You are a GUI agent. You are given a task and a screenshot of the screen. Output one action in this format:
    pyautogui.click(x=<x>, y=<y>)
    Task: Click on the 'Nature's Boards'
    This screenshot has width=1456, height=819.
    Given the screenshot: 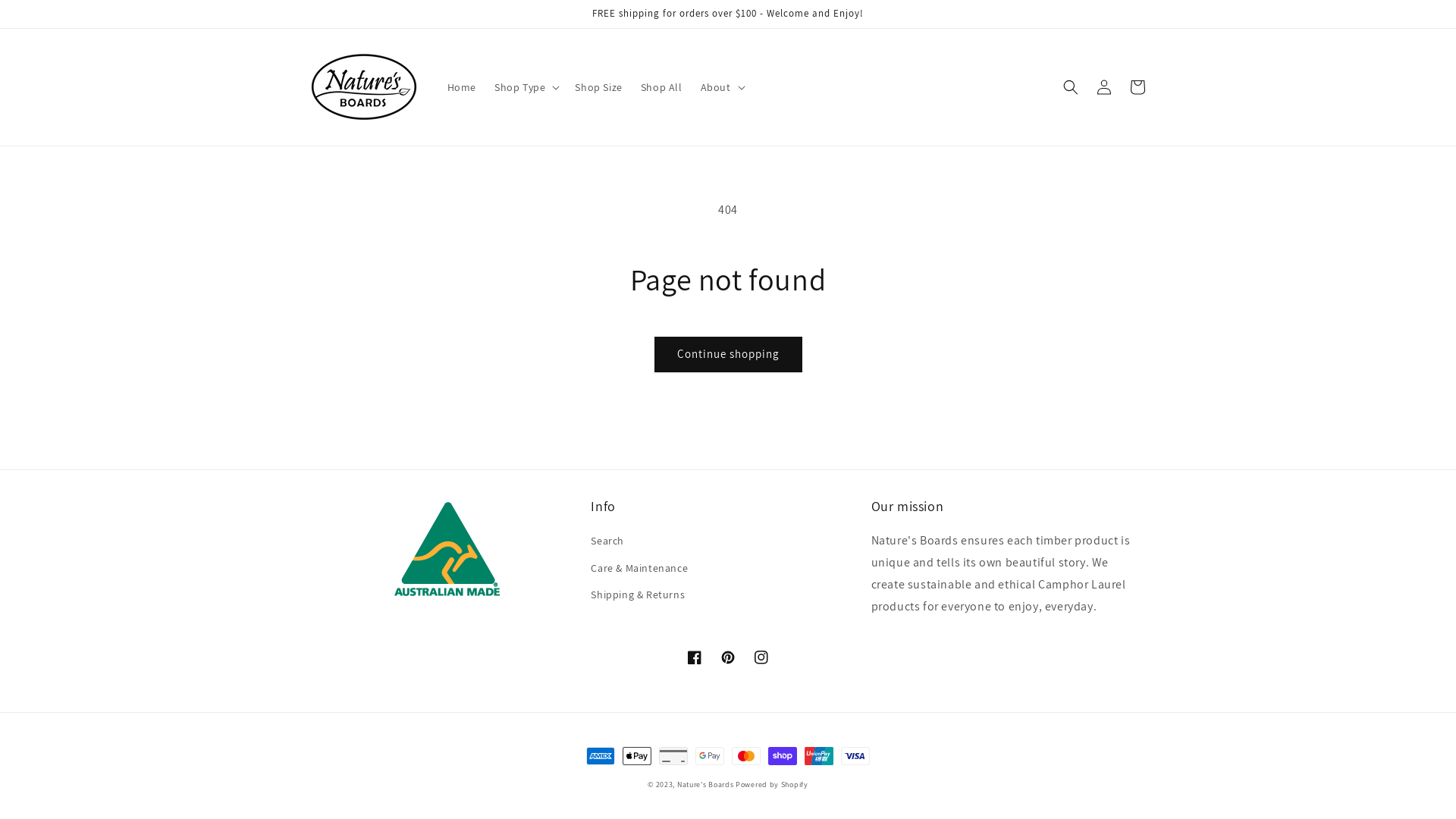 What is the action you would take?
    pyautogui.click(x=704, y=784)
    